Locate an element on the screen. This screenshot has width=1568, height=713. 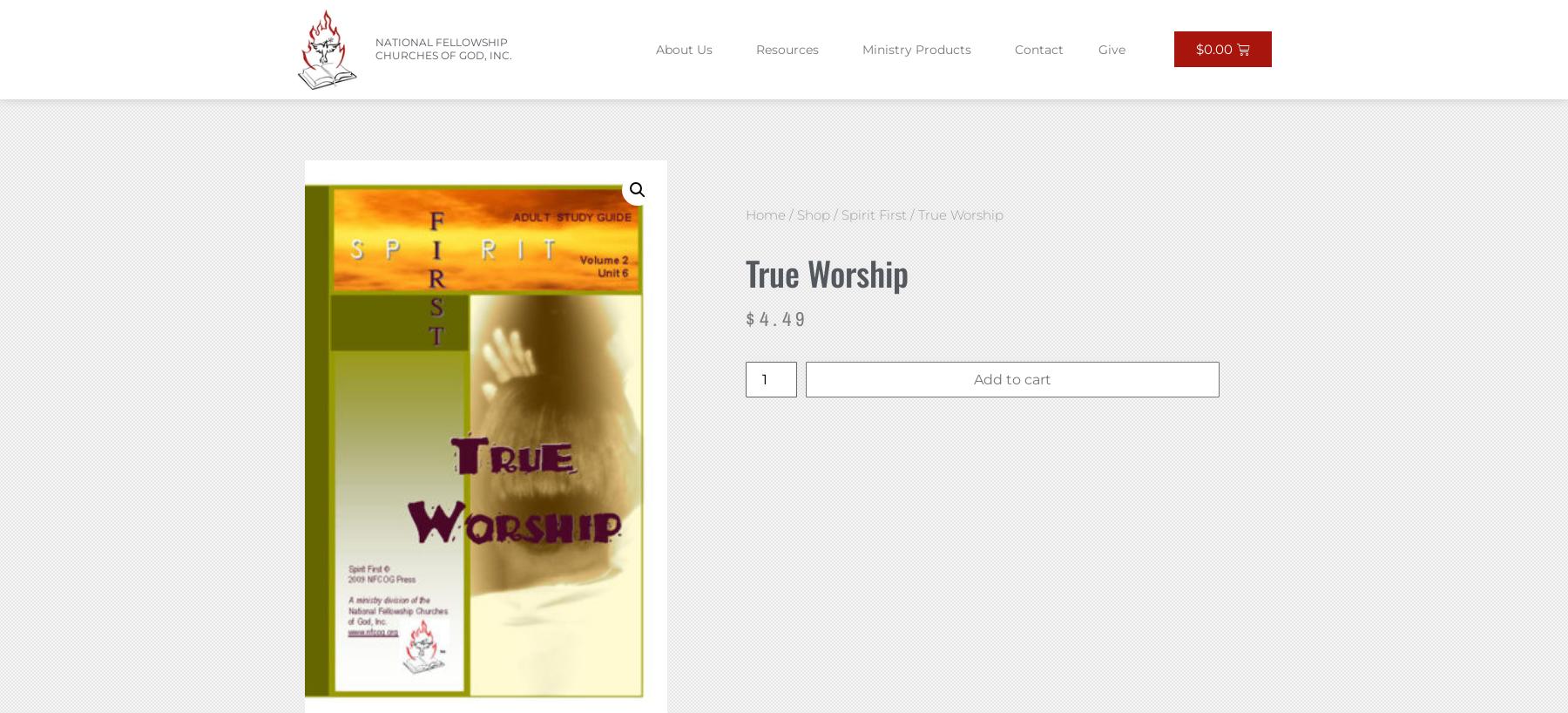
'Home' is located at coordinates (746, 214).